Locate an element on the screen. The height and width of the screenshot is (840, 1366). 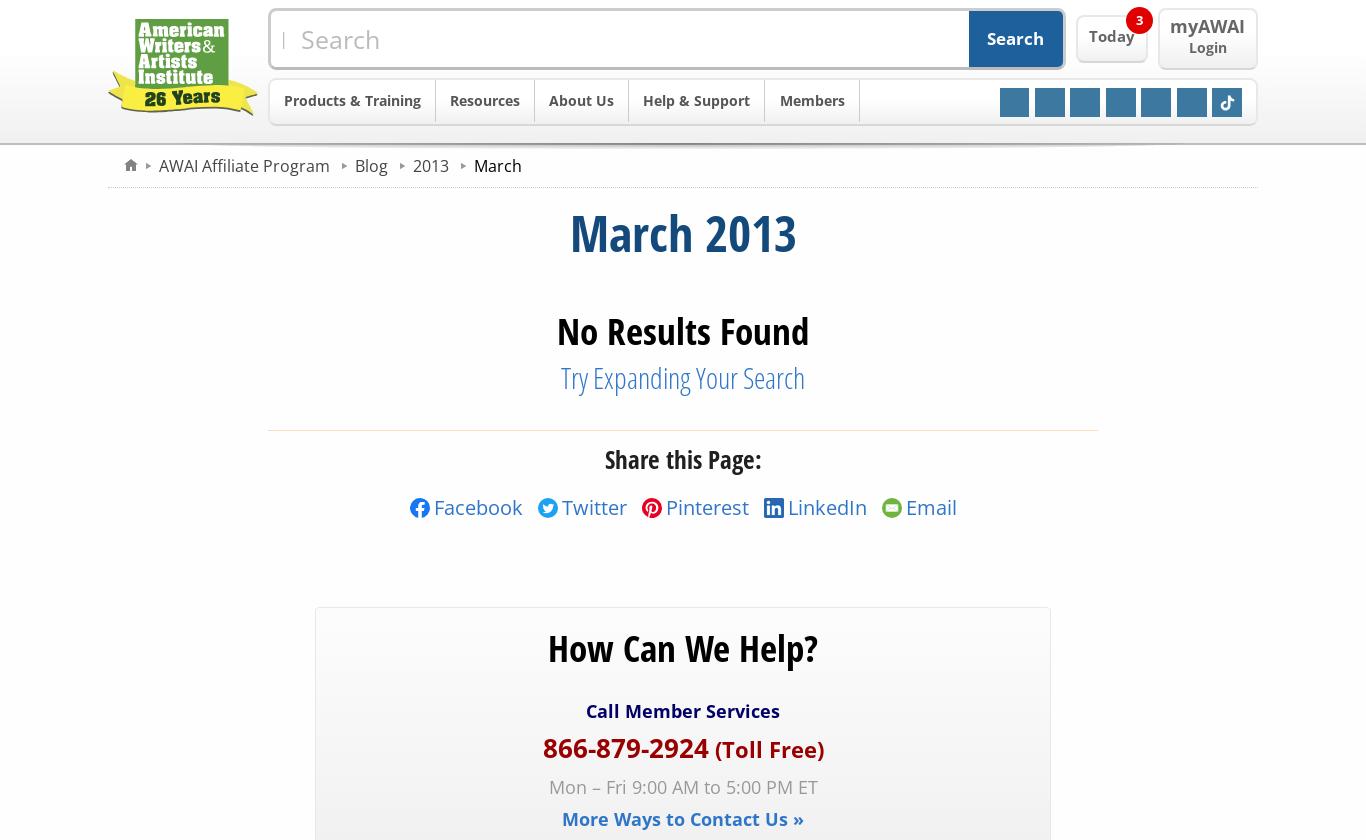
'Resources' is located at coordinates (485, 100).